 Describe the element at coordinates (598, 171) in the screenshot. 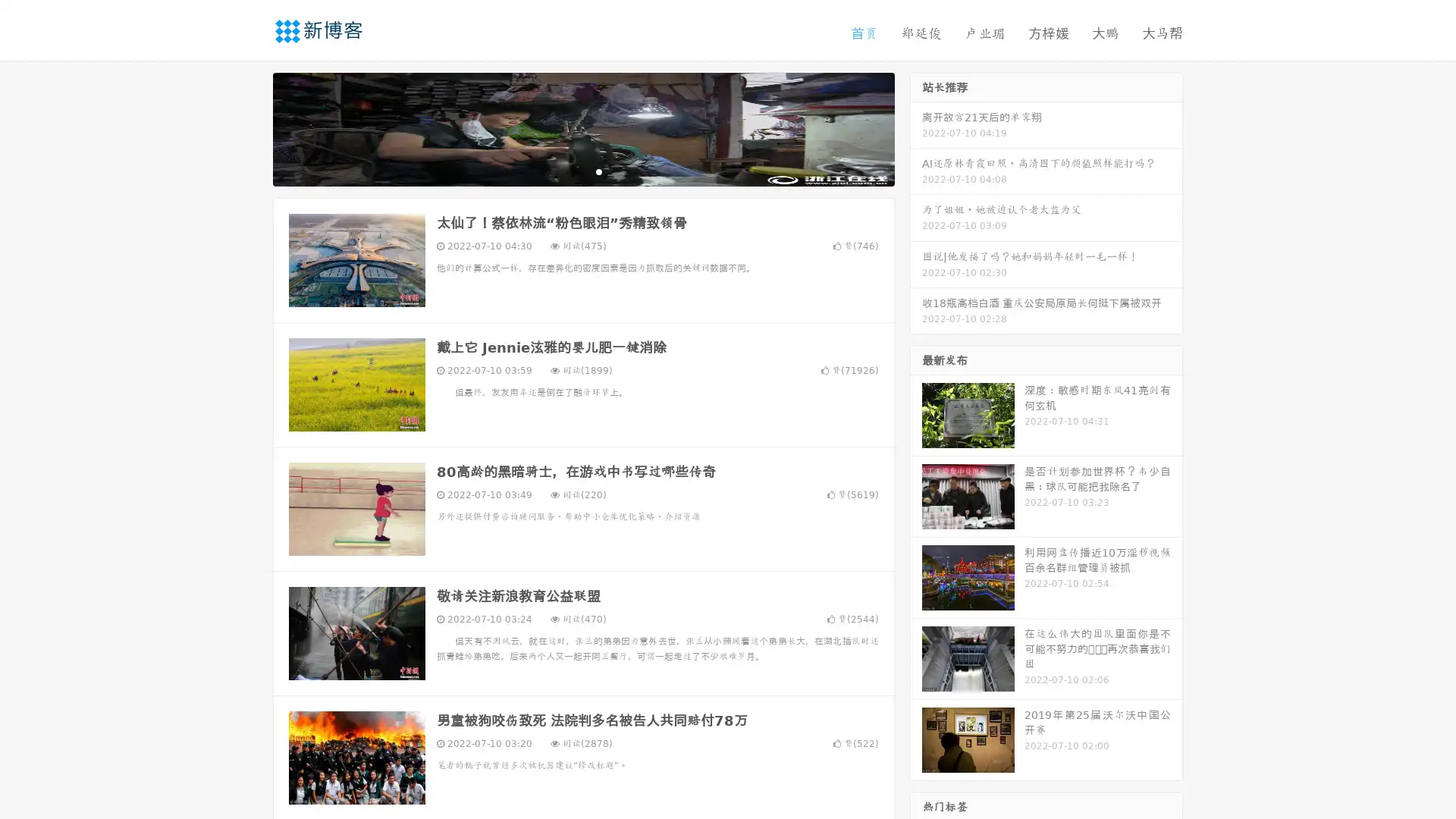

I see `Go to slide 3` at that location.